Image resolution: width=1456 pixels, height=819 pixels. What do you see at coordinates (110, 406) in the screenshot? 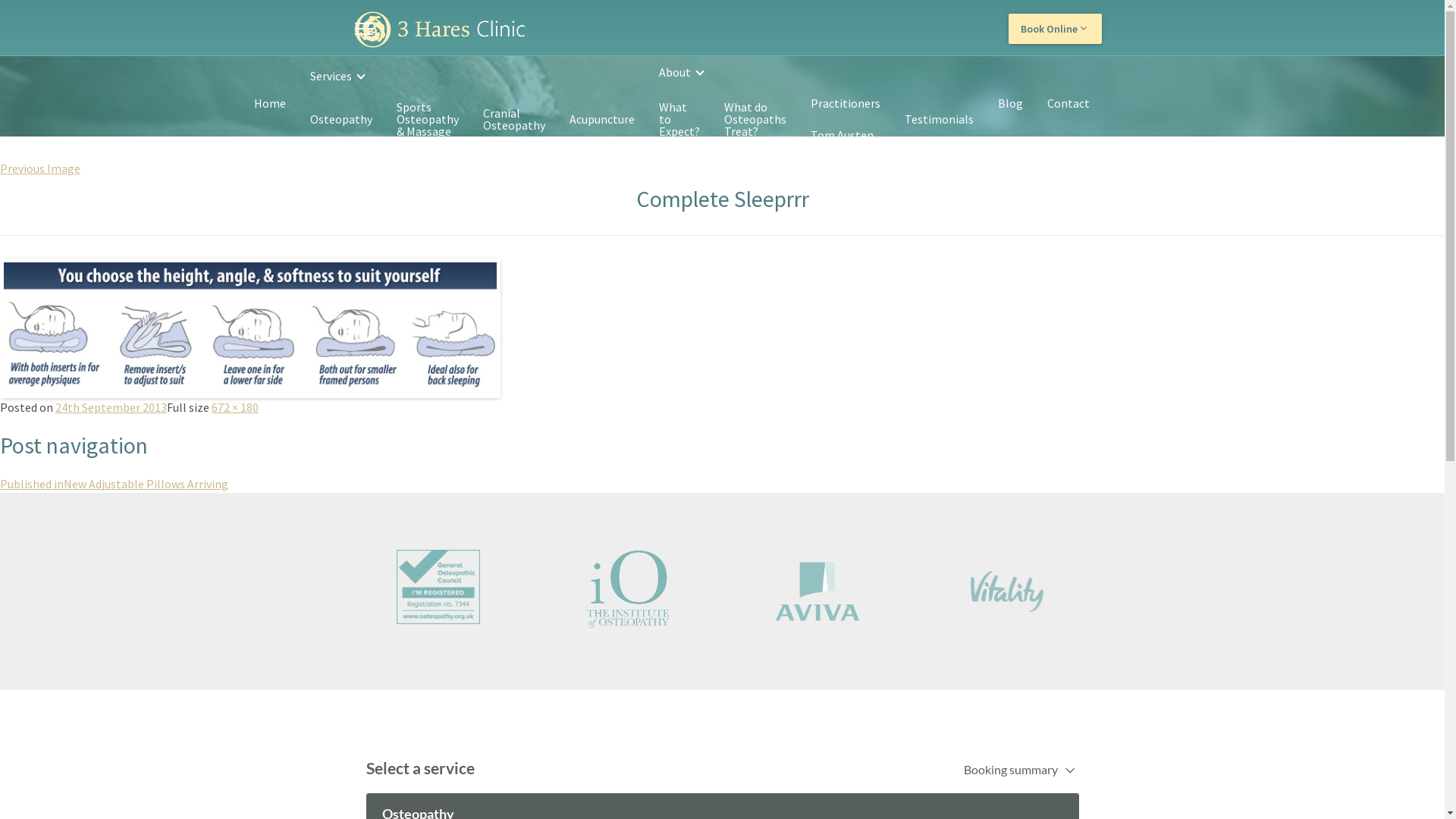
I see `'24th September 2013'` at bounding box center [110, 406].